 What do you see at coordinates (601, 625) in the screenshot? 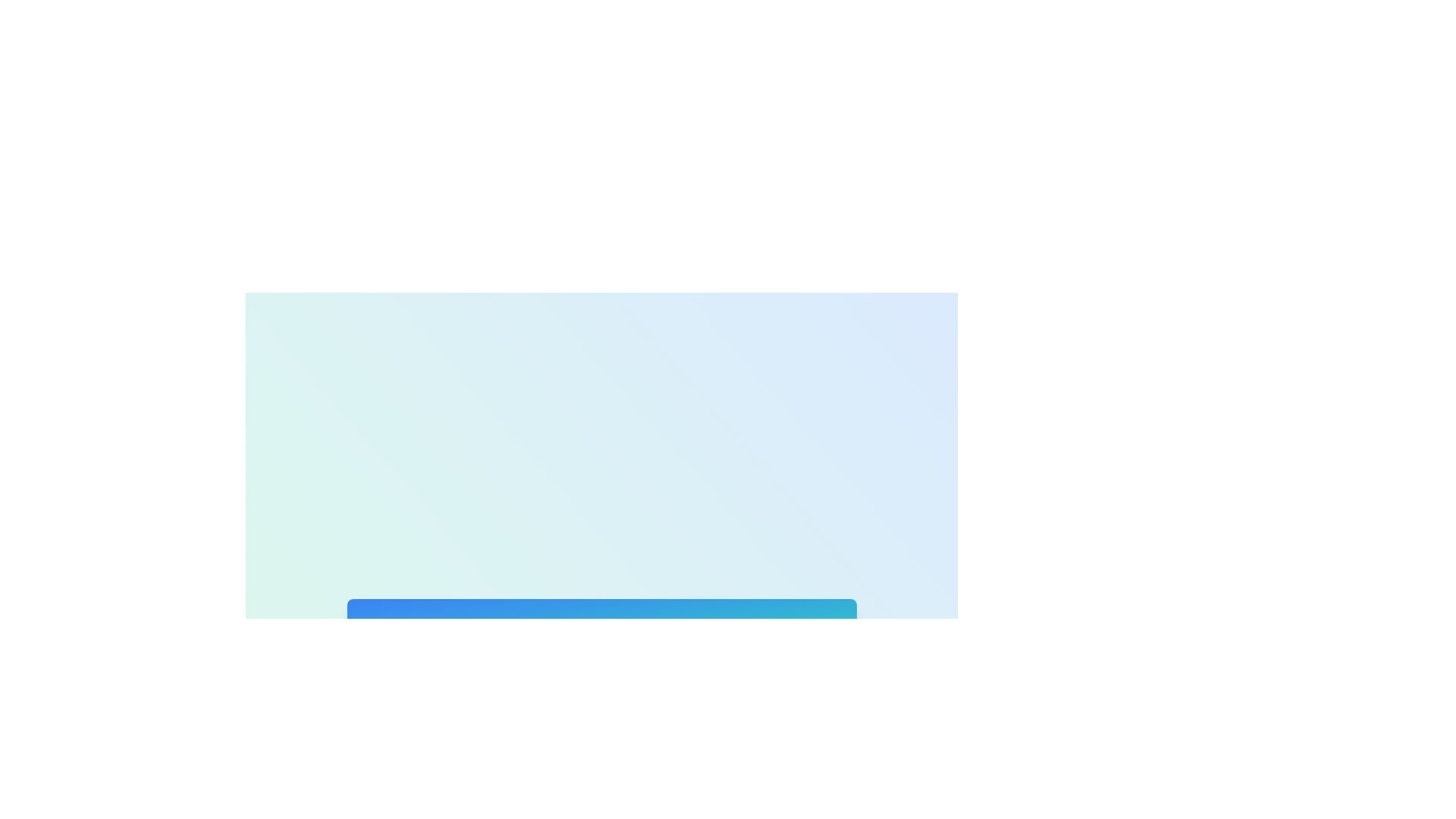
I see `the Header Bar that features a gradient background from blue to teal and contains the text 'World Overview' in white font` at bounding box center [601, 625].